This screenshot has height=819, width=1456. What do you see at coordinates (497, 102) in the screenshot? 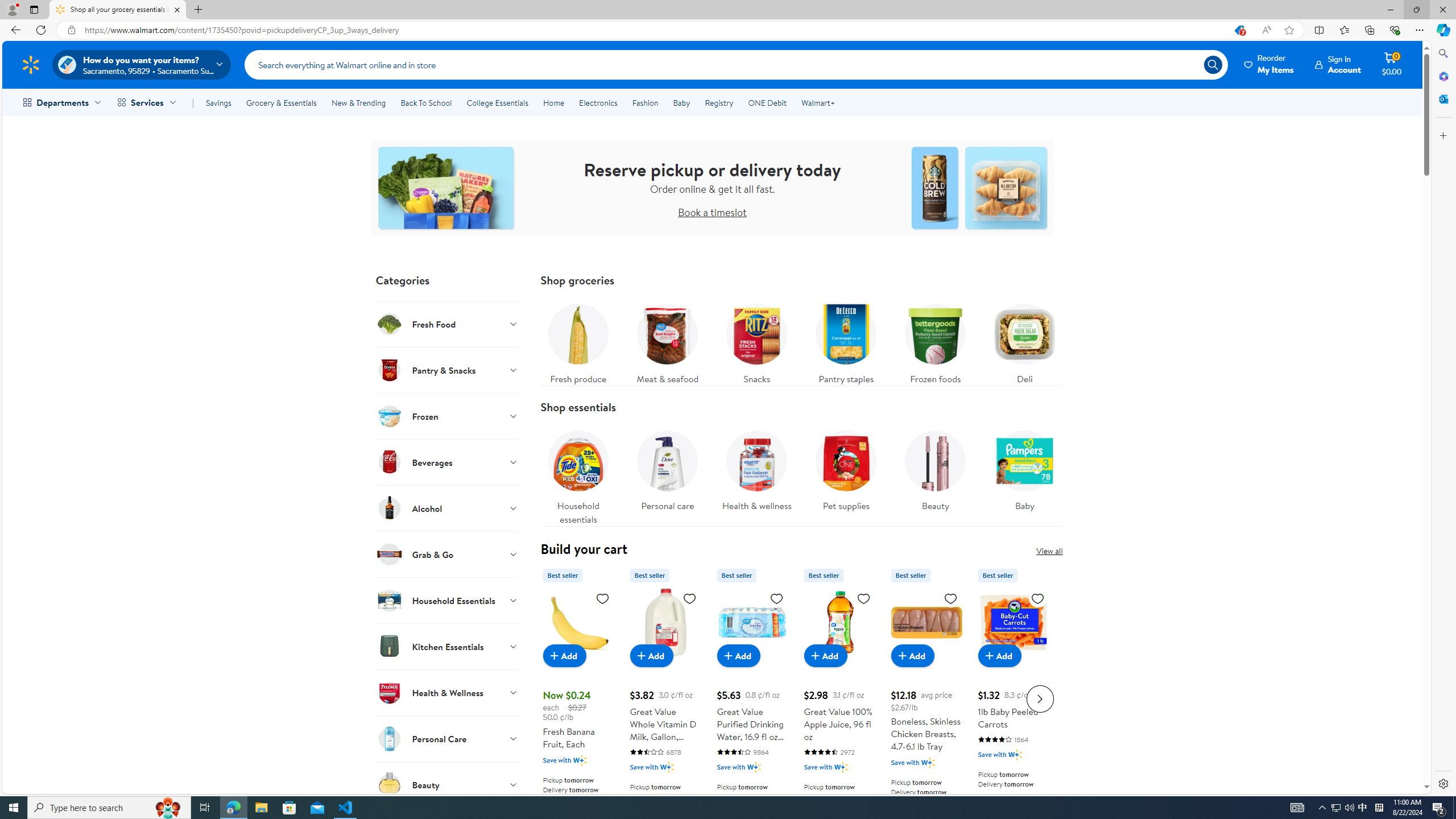
I see `'College Essentials'` at bounding box center [497, 102].